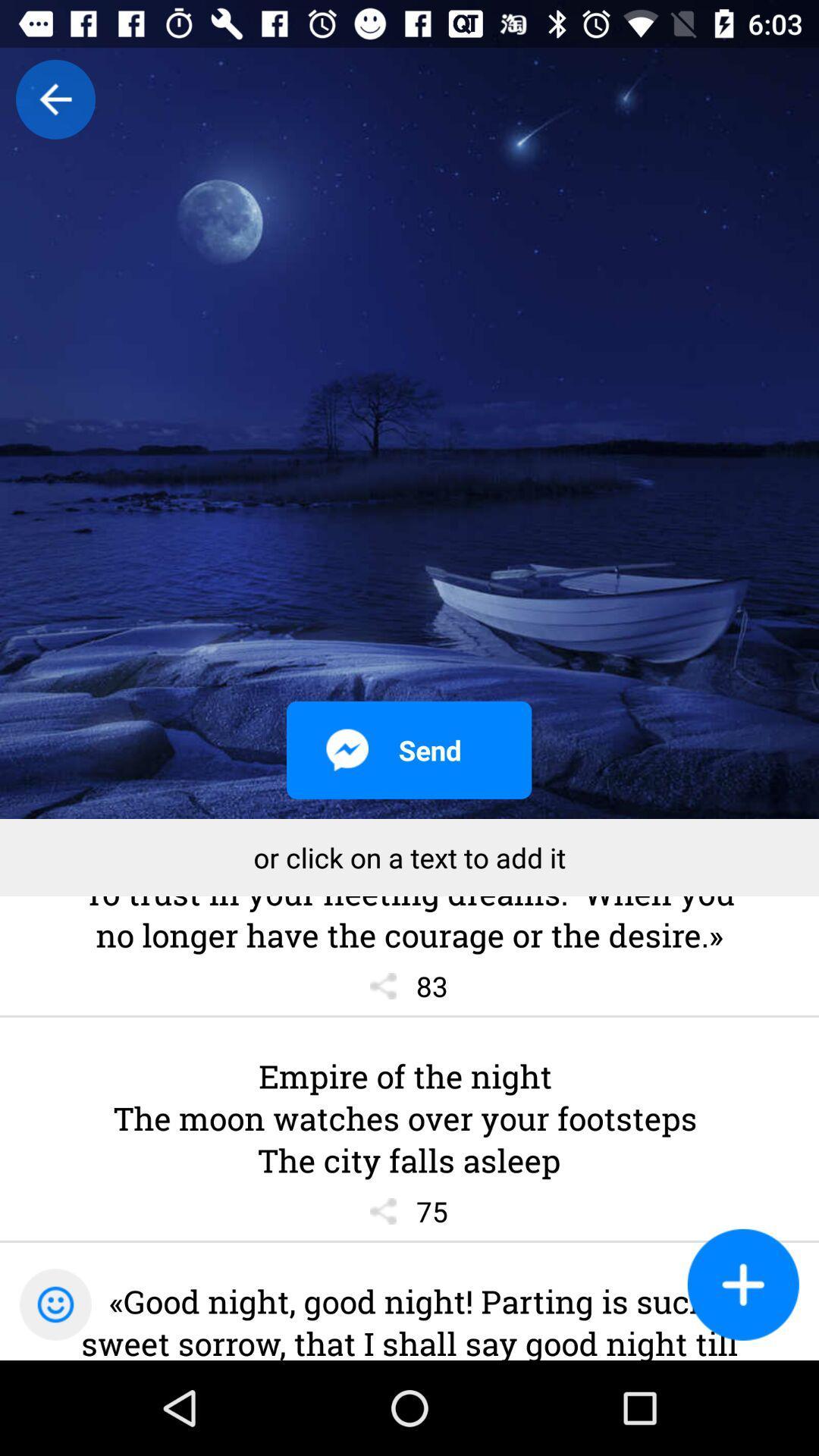 The image size is (819, 1456). What do you see at coordinates (742, 1284) in the screenshot?
I see `the button on the bottom right corner of the web page` at bounding box center [742, 1284].